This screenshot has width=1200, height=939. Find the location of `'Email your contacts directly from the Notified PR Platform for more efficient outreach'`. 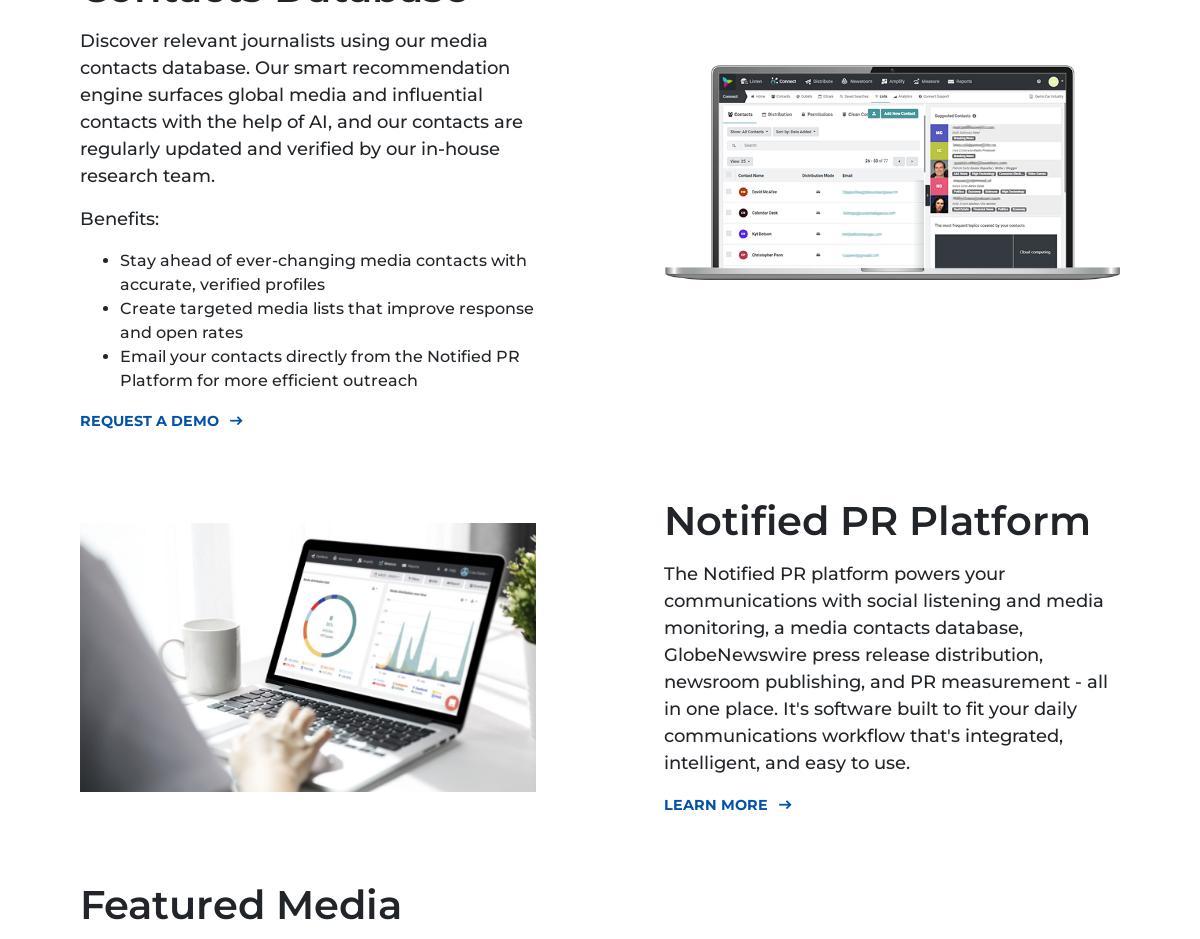

'Email your contacts directly from the Notified PR Platform for more efficient outreach' is located at coordinates (320, 368).